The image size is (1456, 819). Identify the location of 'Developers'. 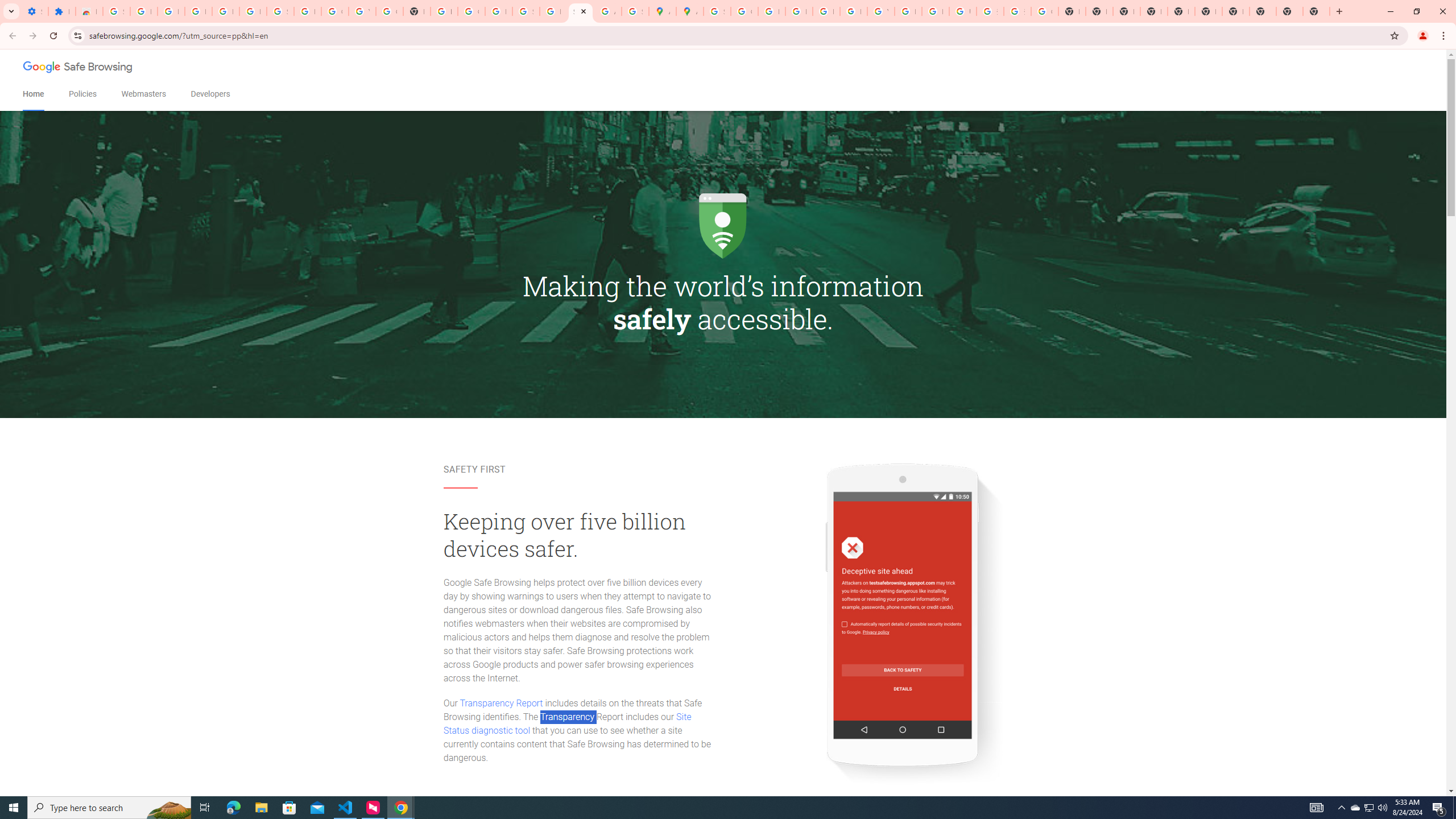
(209, 94).